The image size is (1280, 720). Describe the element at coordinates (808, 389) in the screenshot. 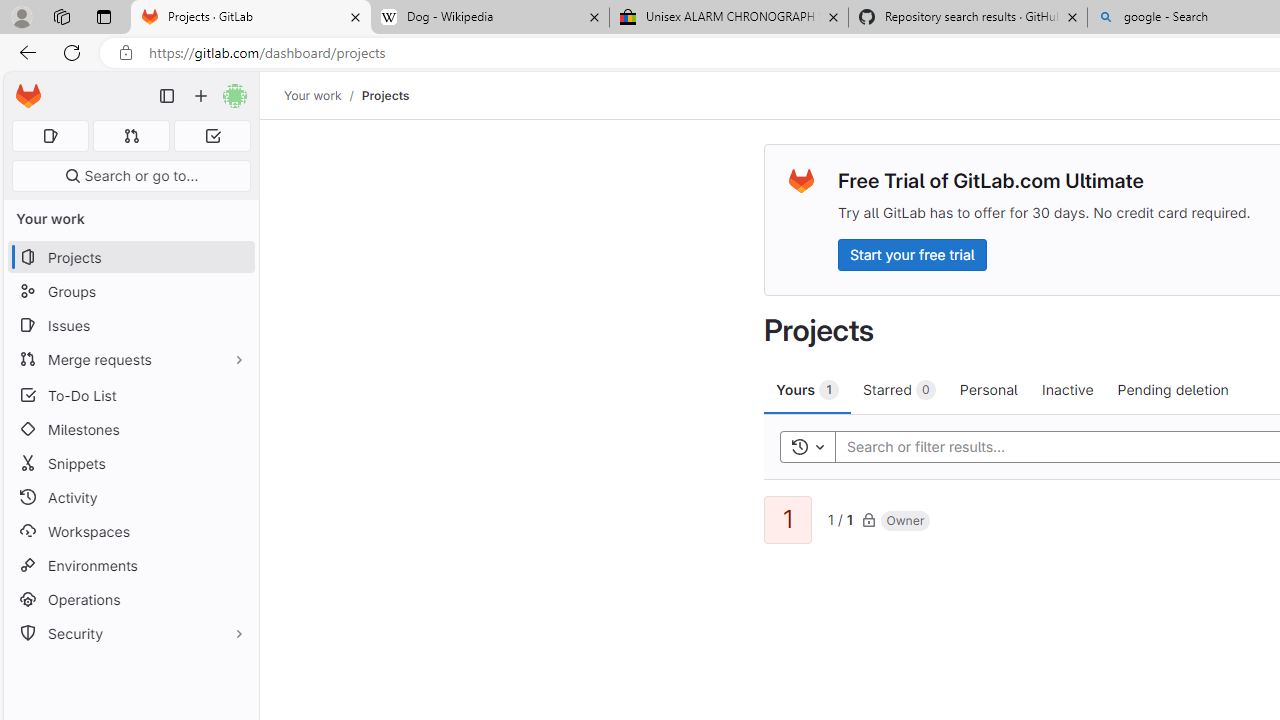

I see `'Yours 1'` at that location.